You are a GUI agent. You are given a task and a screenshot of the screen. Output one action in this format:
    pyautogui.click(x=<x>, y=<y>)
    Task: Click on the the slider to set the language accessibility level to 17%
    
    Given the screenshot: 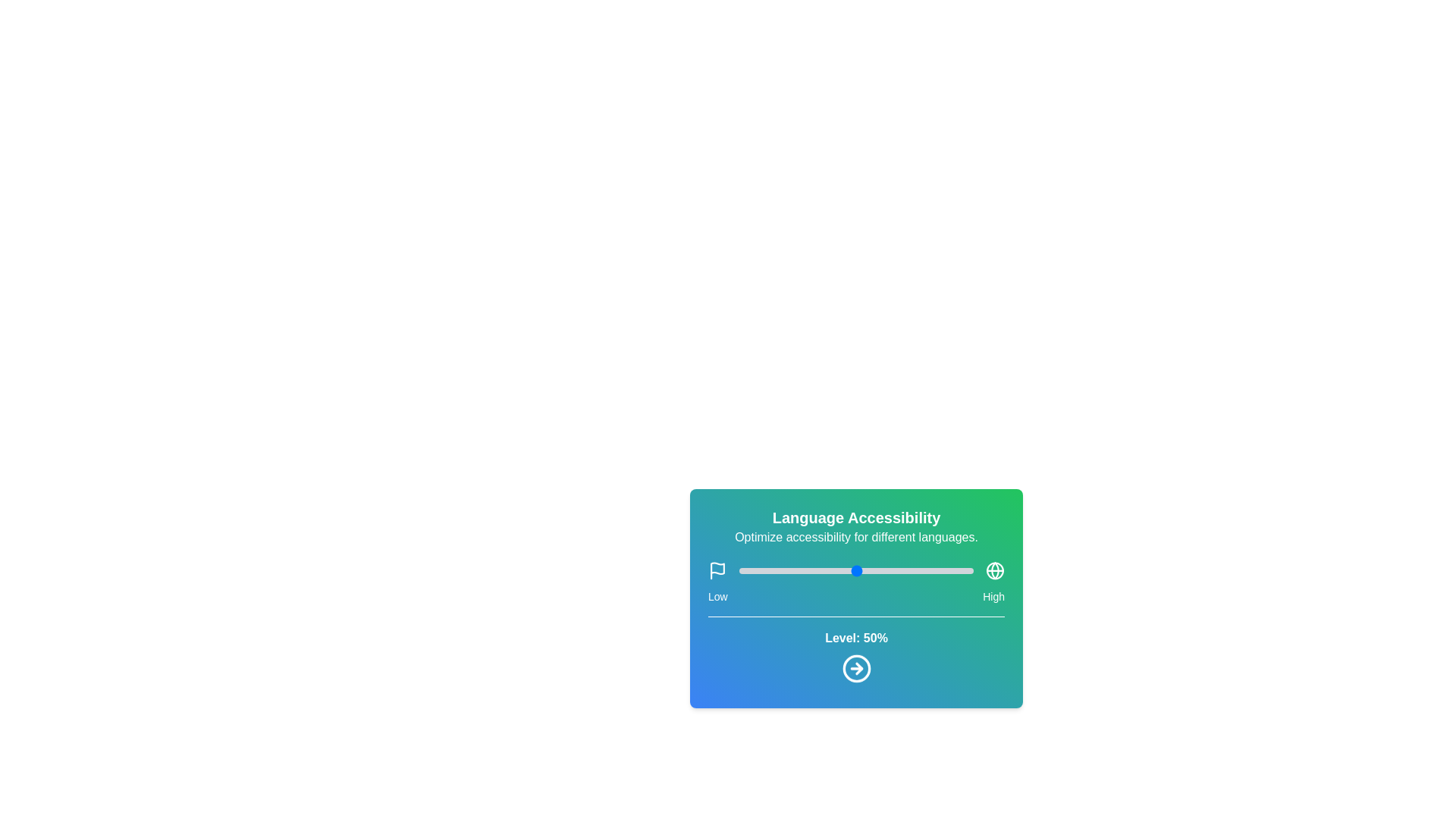 What is the action you would take?
    pyautogui.click(x=779, y=570)
    